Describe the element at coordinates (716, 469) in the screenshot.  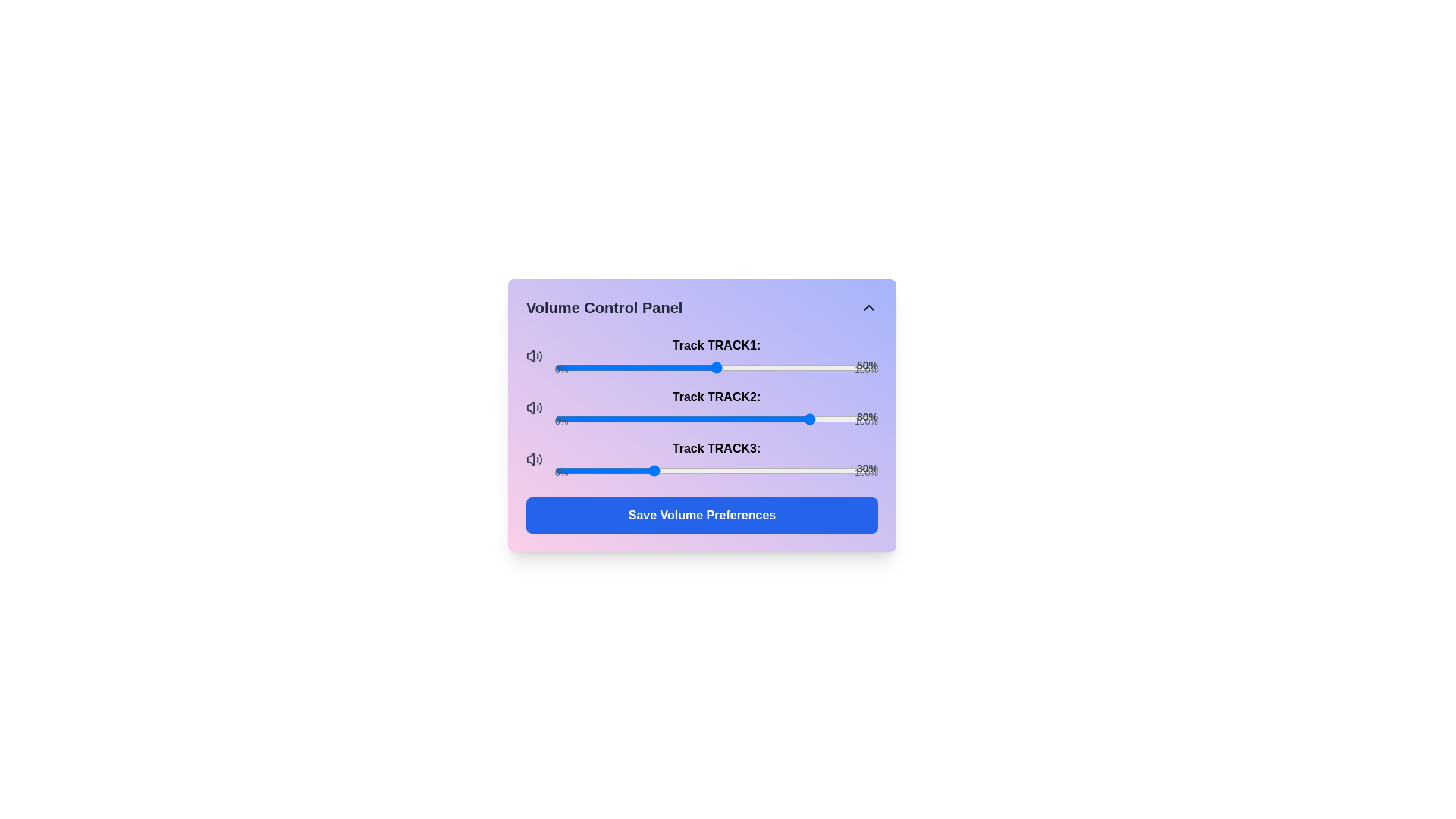
I see `the Slider control for 'Track TRACK3:', which is the third slider in a vertical stack, positioned directly below its label` at that location.